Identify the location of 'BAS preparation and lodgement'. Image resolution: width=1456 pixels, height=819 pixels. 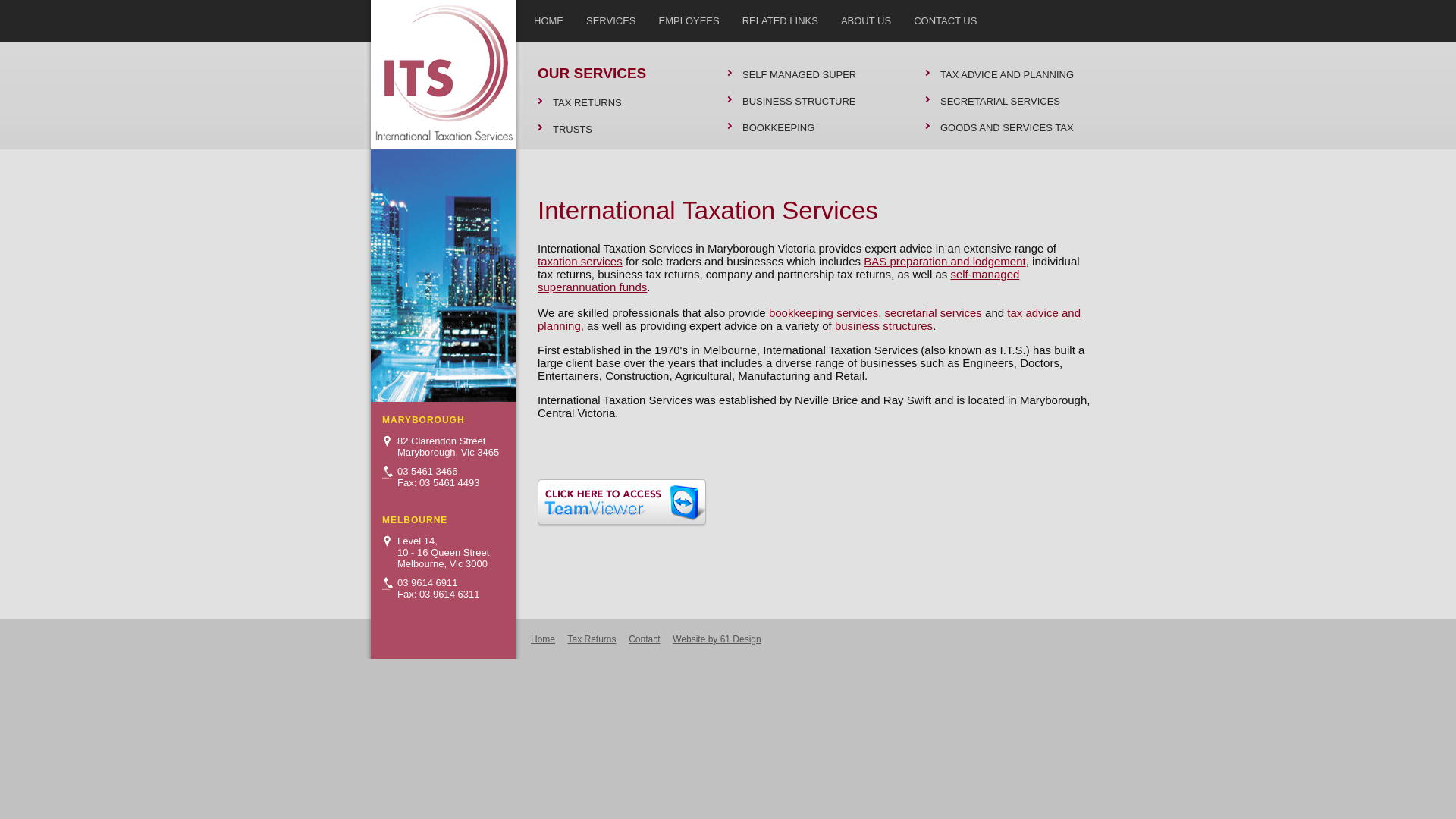
(943, 260).